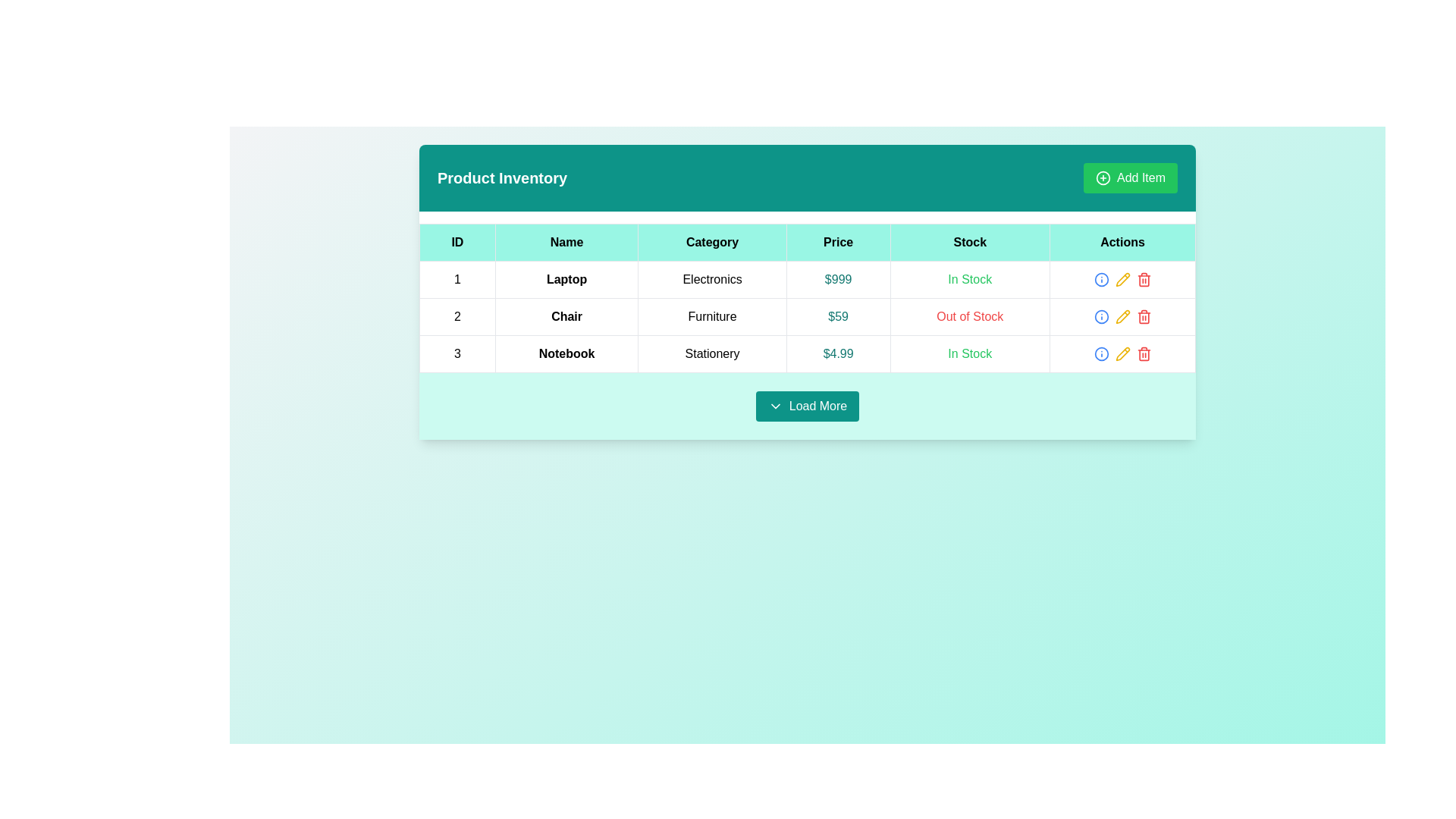 The image size is (1456, 819). Describe the element at coordinates (566, 353) in the screenshot. I see `the text label displaying 'Notebook', which is located in the second cell of the third row in the table, adjacent to the ID '3' and the category 'Stationery'` at that location.